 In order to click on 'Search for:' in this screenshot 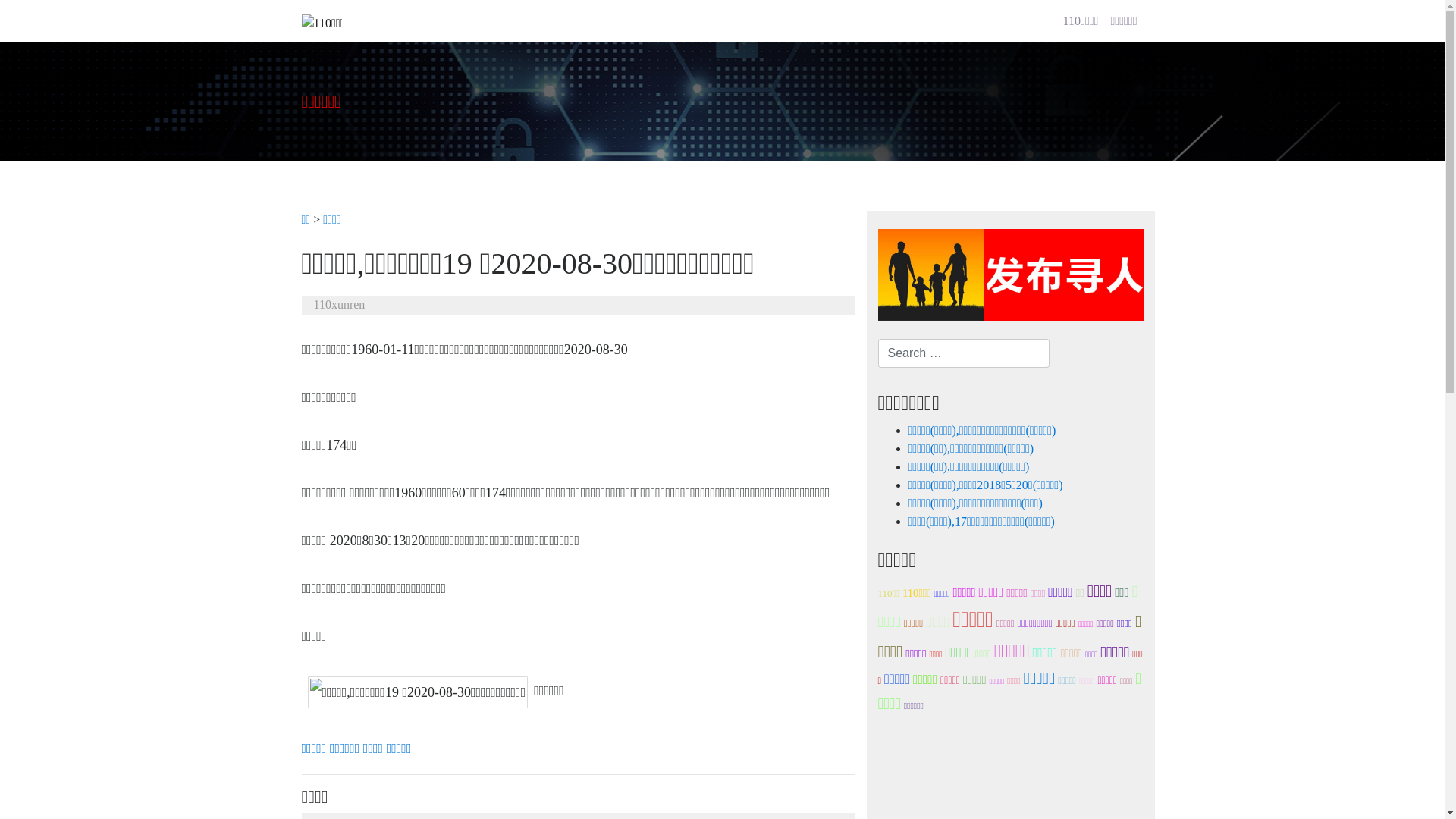, I will do `click(963, 353)`.